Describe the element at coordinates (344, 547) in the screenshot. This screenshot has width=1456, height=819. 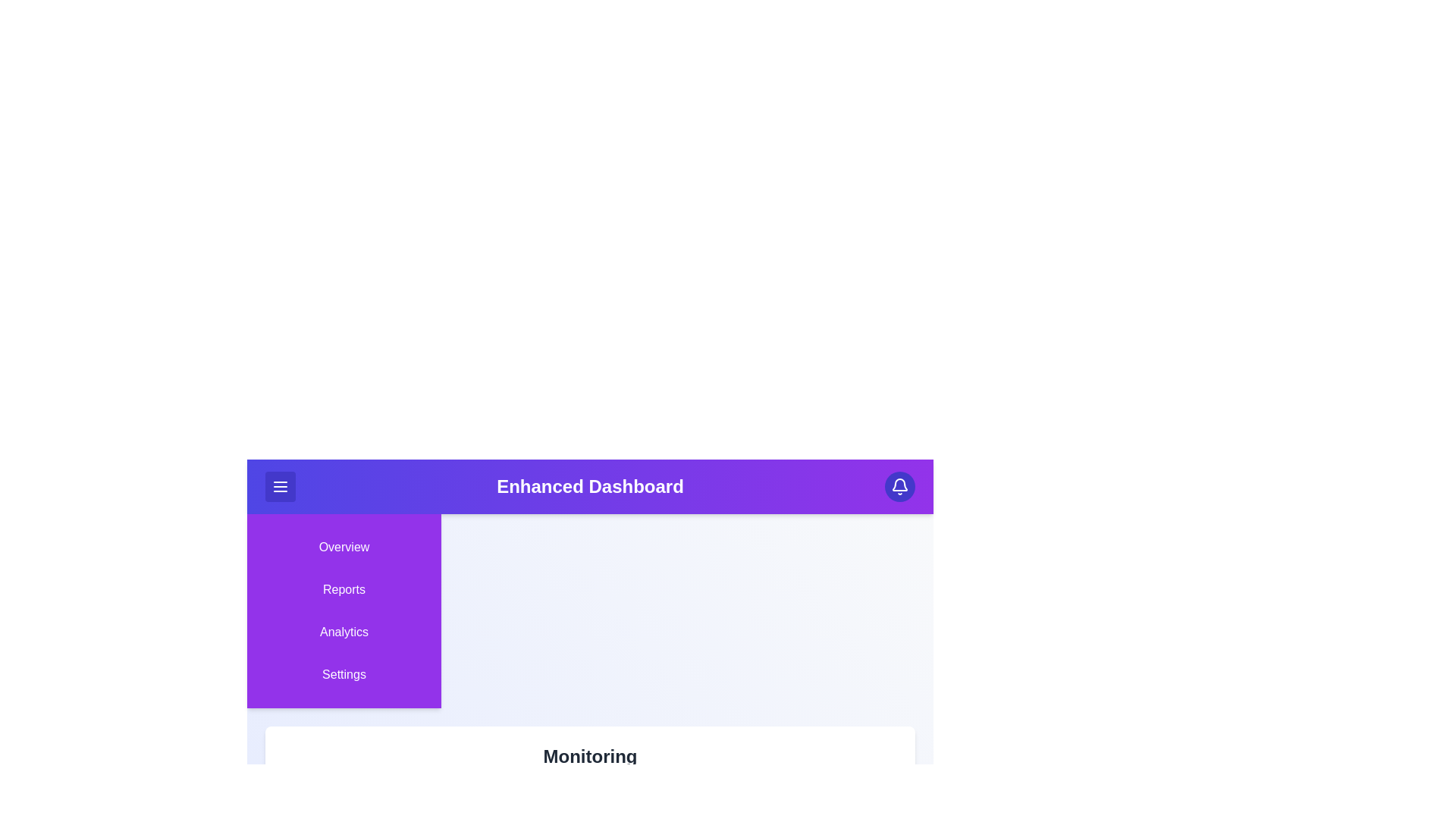
I see `the sidebar menu item Overview to navigate to its section` at that location.